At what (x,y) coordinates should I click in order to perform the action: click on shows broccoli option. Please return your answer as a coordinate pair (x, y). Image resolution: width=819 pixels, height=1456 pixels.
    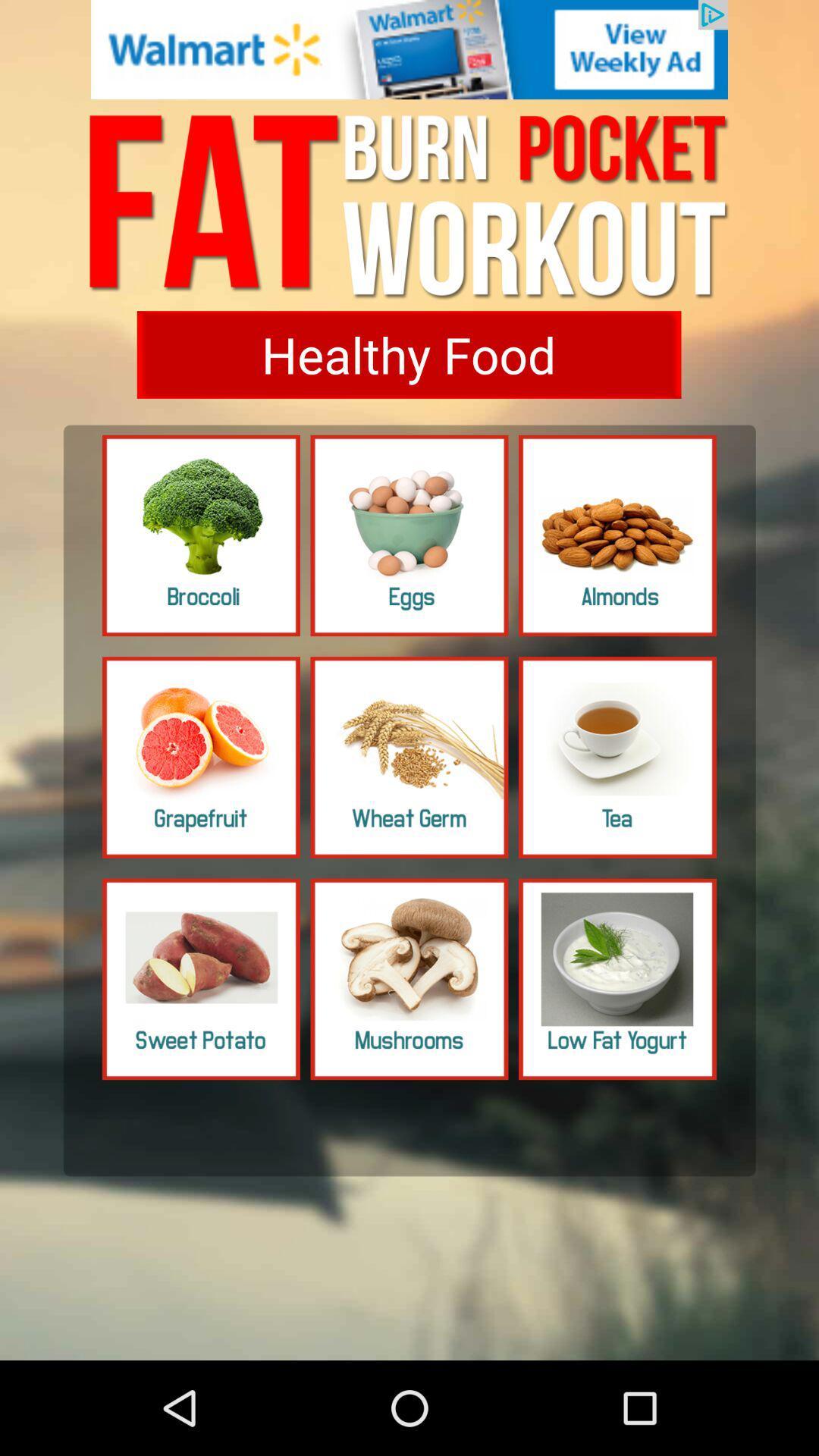
    Looking at the image, I should click on (200, 535).